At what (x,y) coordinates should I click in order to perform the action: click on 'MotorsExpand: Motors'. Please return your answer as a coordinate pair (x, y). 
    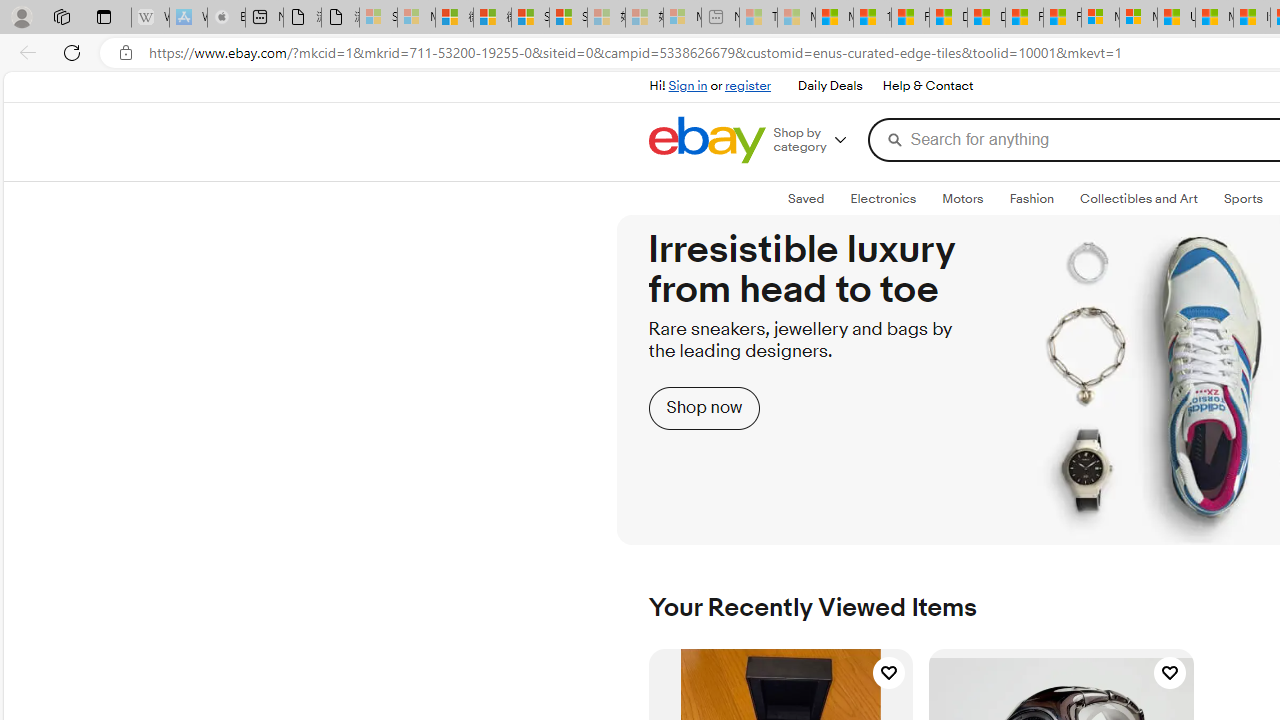
    Looking at the image, I should click on (963, 199).